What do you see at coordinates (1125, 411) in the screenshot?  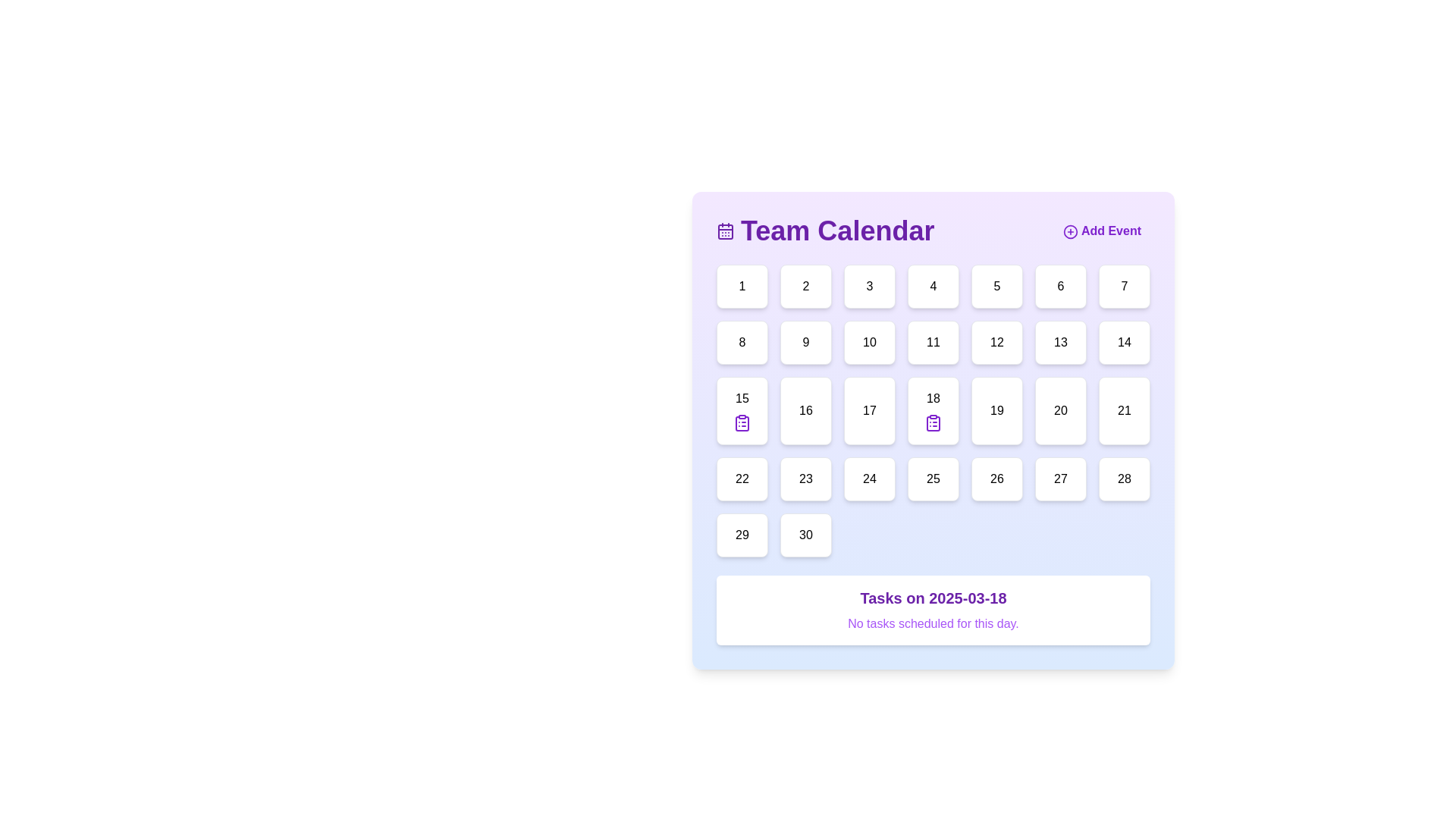 I see `the 21st day tile` at bounding box center [1125, 411].